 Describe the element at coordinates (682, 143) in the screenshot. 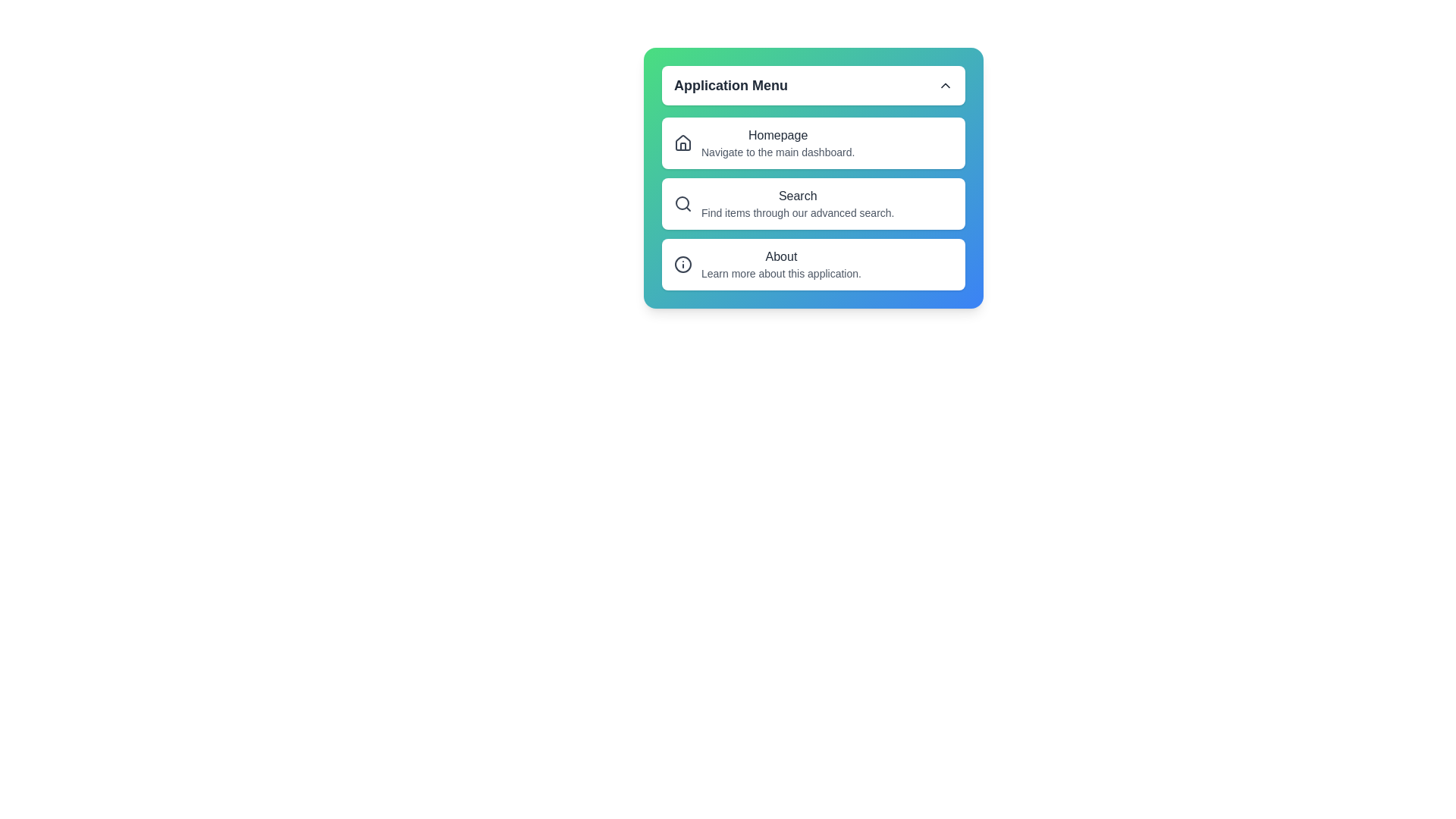

I see `the icon corresponding to Homepage in the menu` at that location.